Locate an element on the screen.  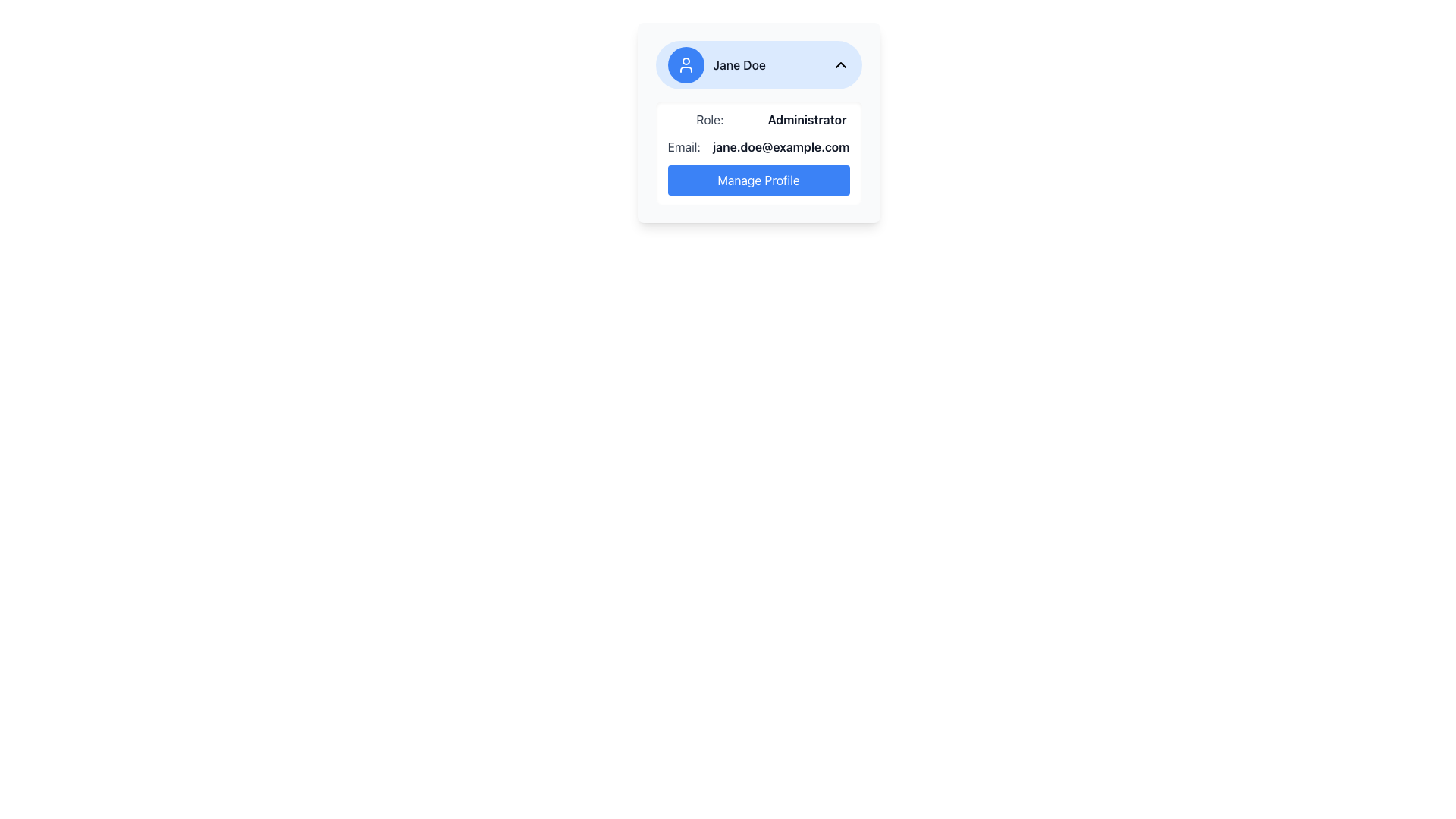
the interactive button labeled 'Jane Doe' with a user icon and an upward arrow is located at coordinates (758, 64).